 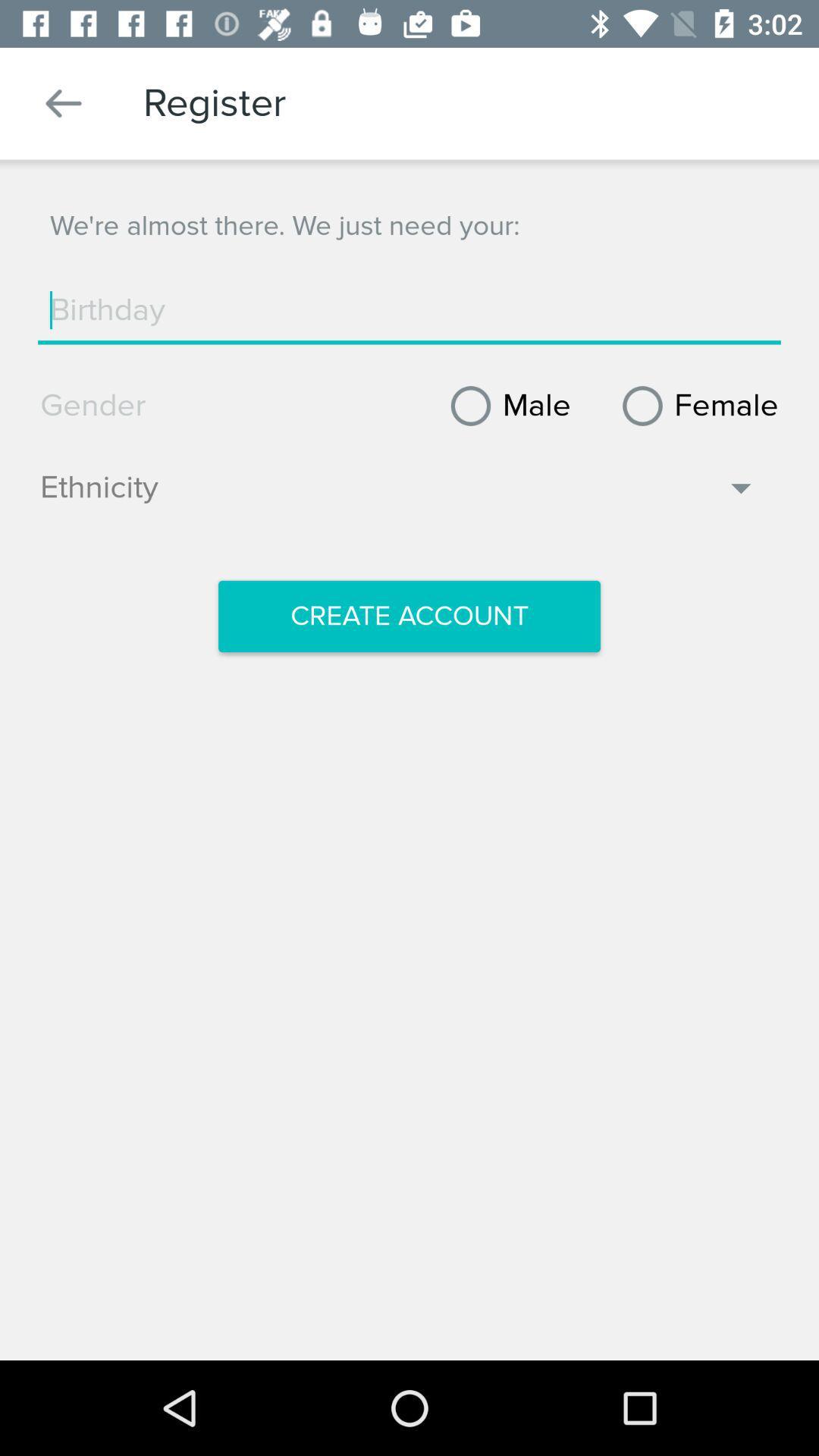 What do you see at coordinates (398, 495) in the screenshot?
I see `ethnicity option` at bounding box center [398, 495].